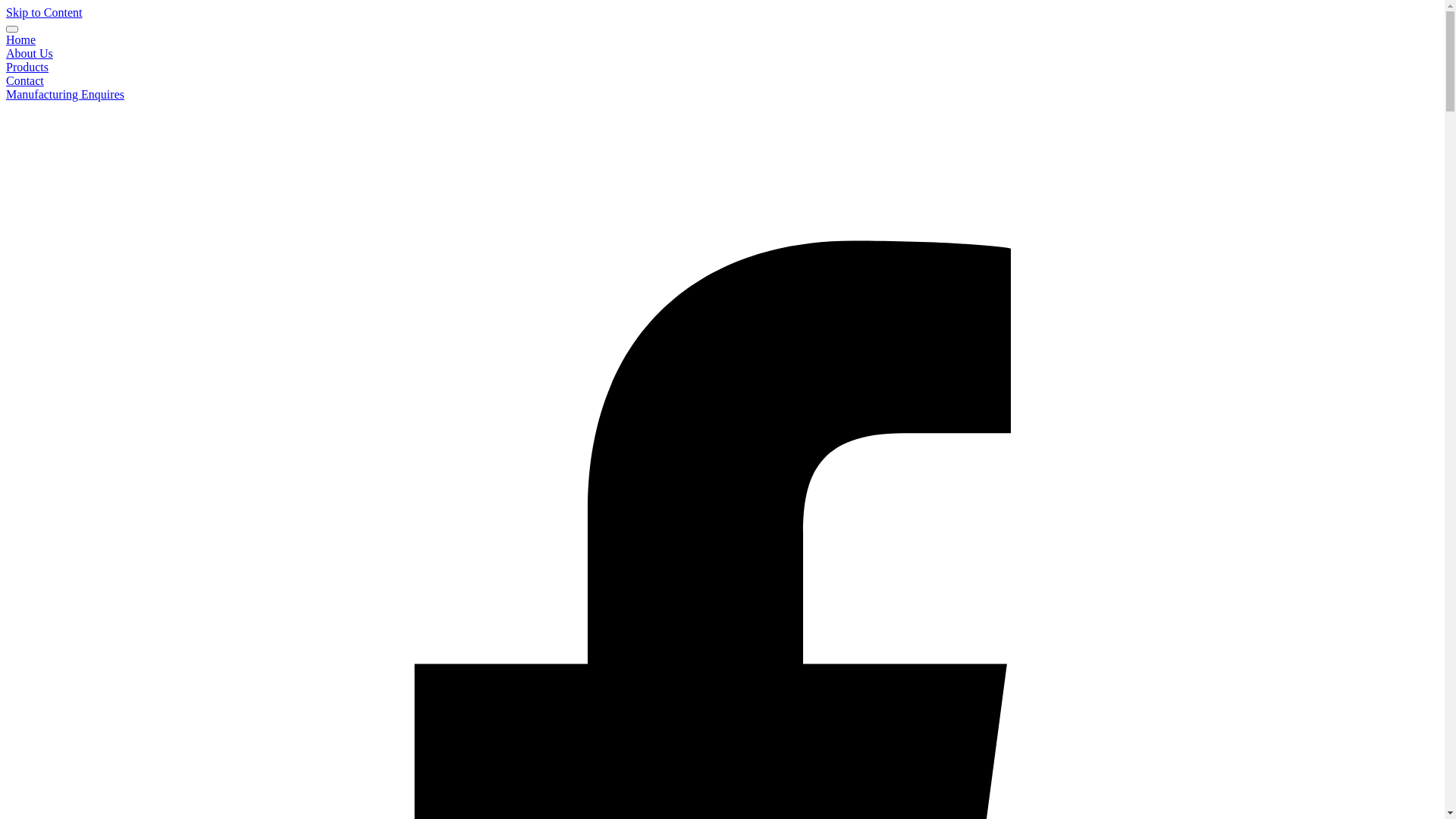 This screenshot has height=819, width=1456. Describe the element at coordinates (6, 80) in the screenshot. I see `'Contact'` at that location.